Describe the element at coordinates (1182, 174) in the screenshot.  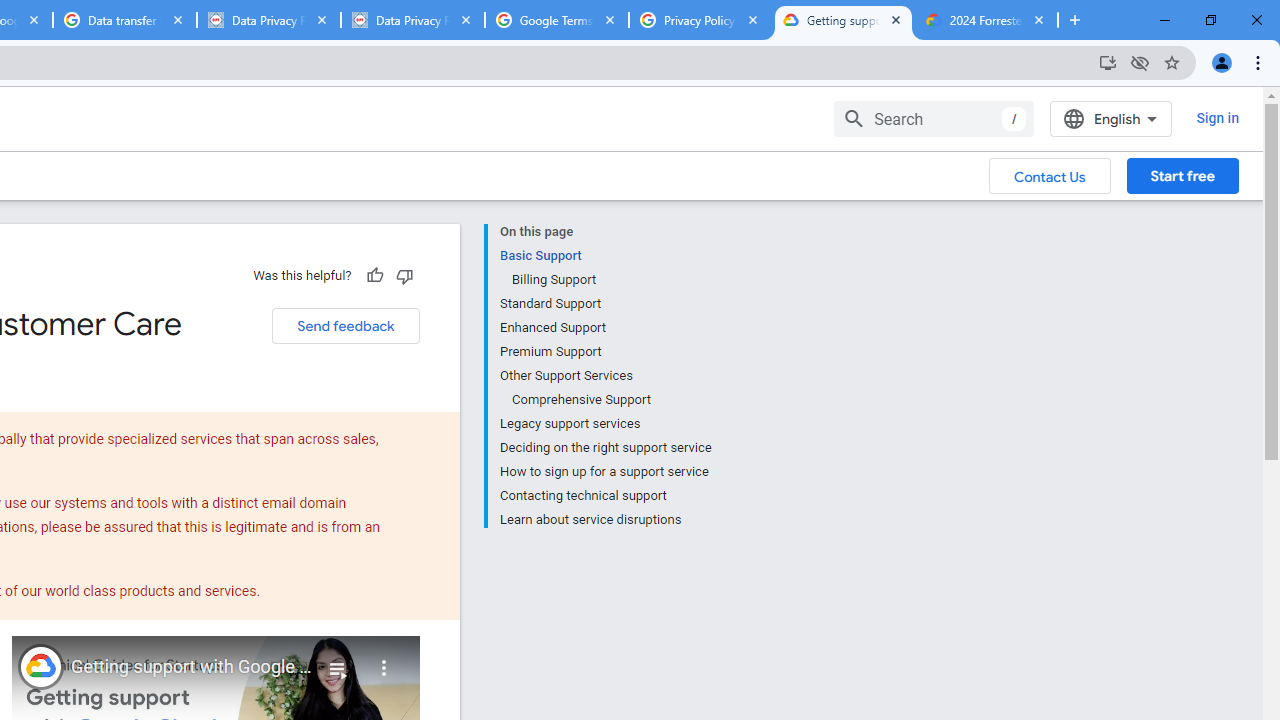
I see `'Start free'` at that location.